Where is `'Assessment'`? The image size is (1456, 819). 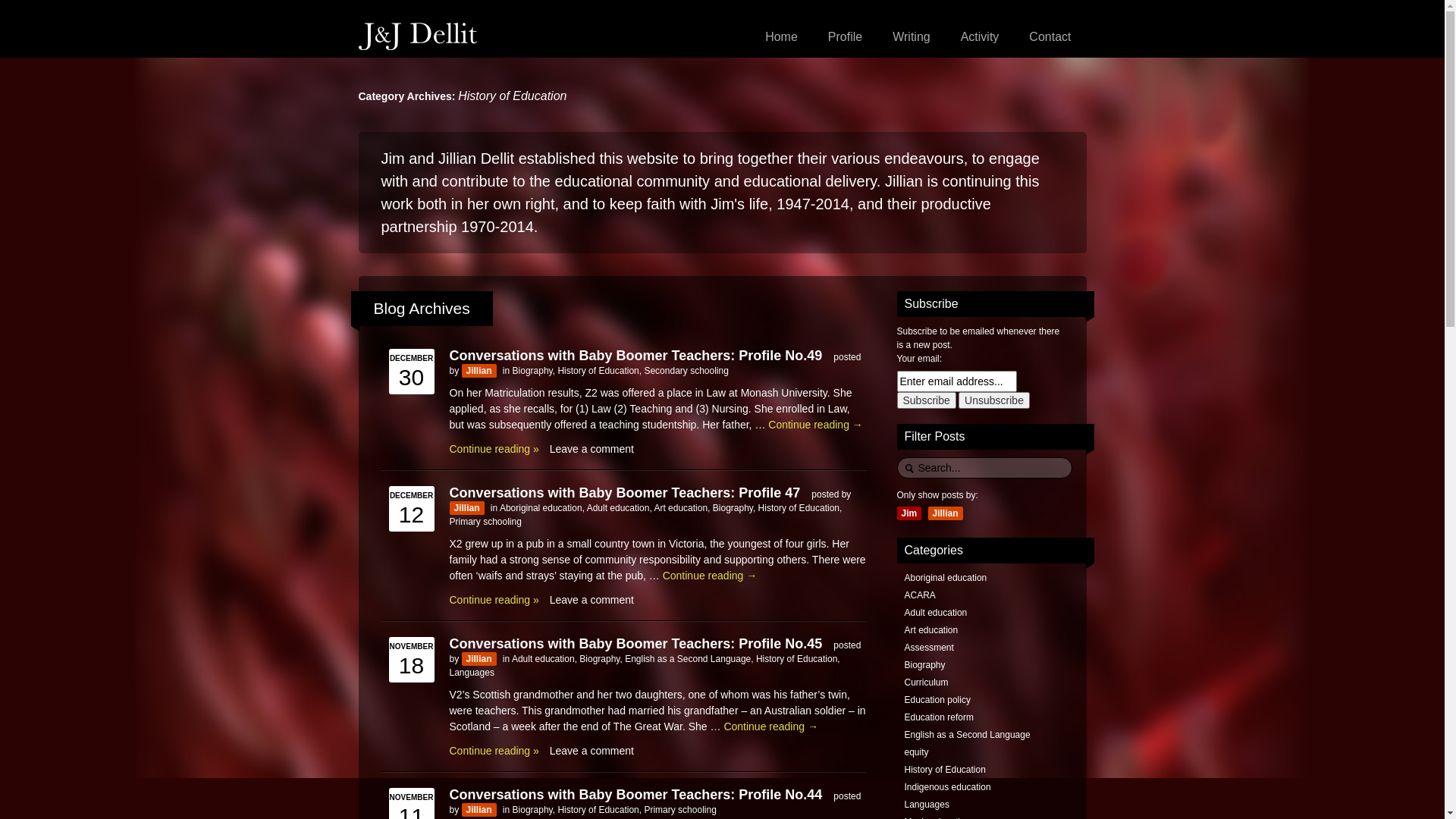
'Assessment' is located at coordinates (927, 647).